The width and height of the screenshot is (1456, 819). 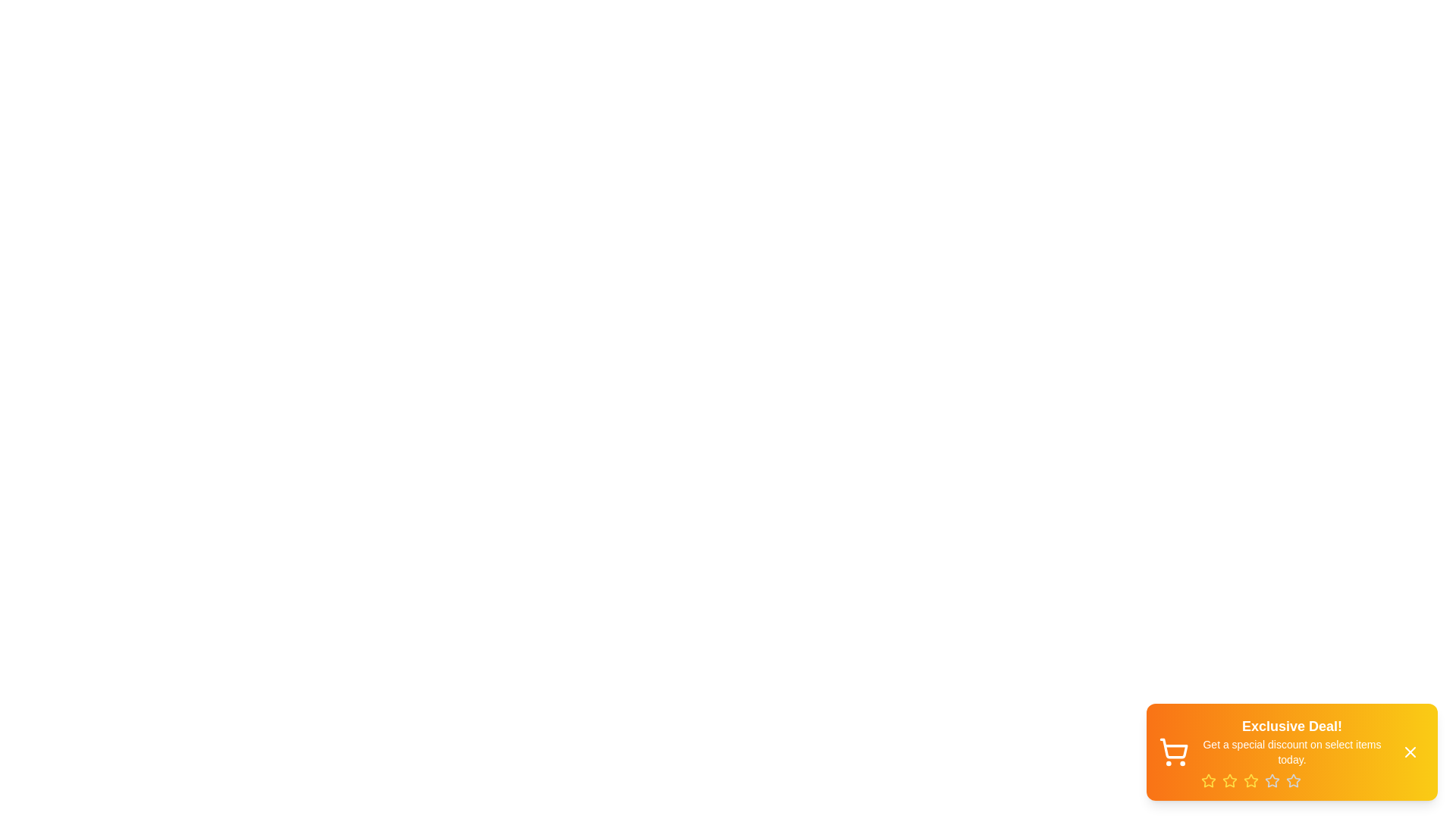 I want to click on the rating by clicking on the star corresponding to the desired rating value (5), so click(x=1292, y=780).